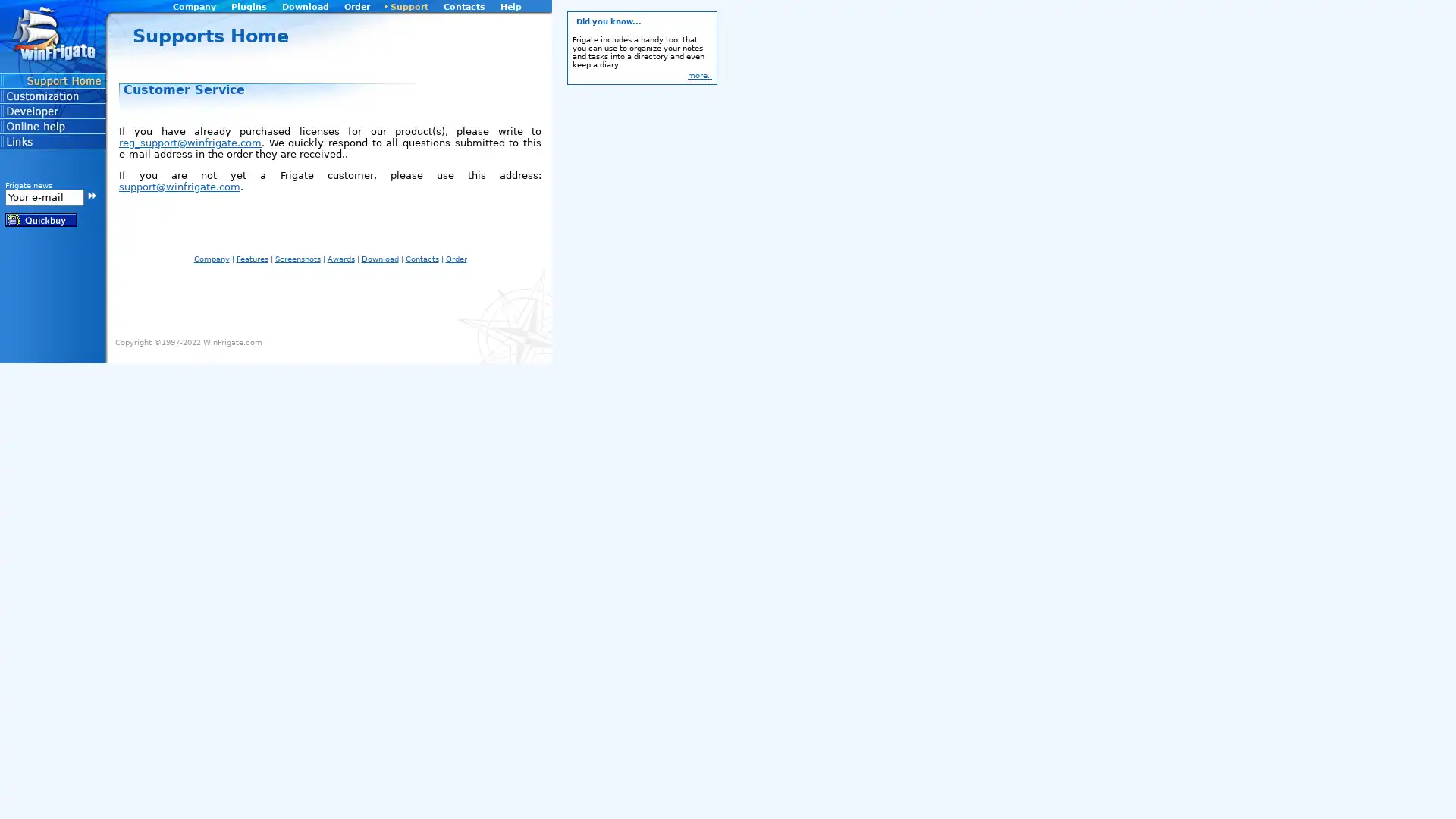 Image resolution: width=1456 pixels, height=819 pixels. Describe the element at coordinates (91, 194) in the screenshot. I see `go` at that location.